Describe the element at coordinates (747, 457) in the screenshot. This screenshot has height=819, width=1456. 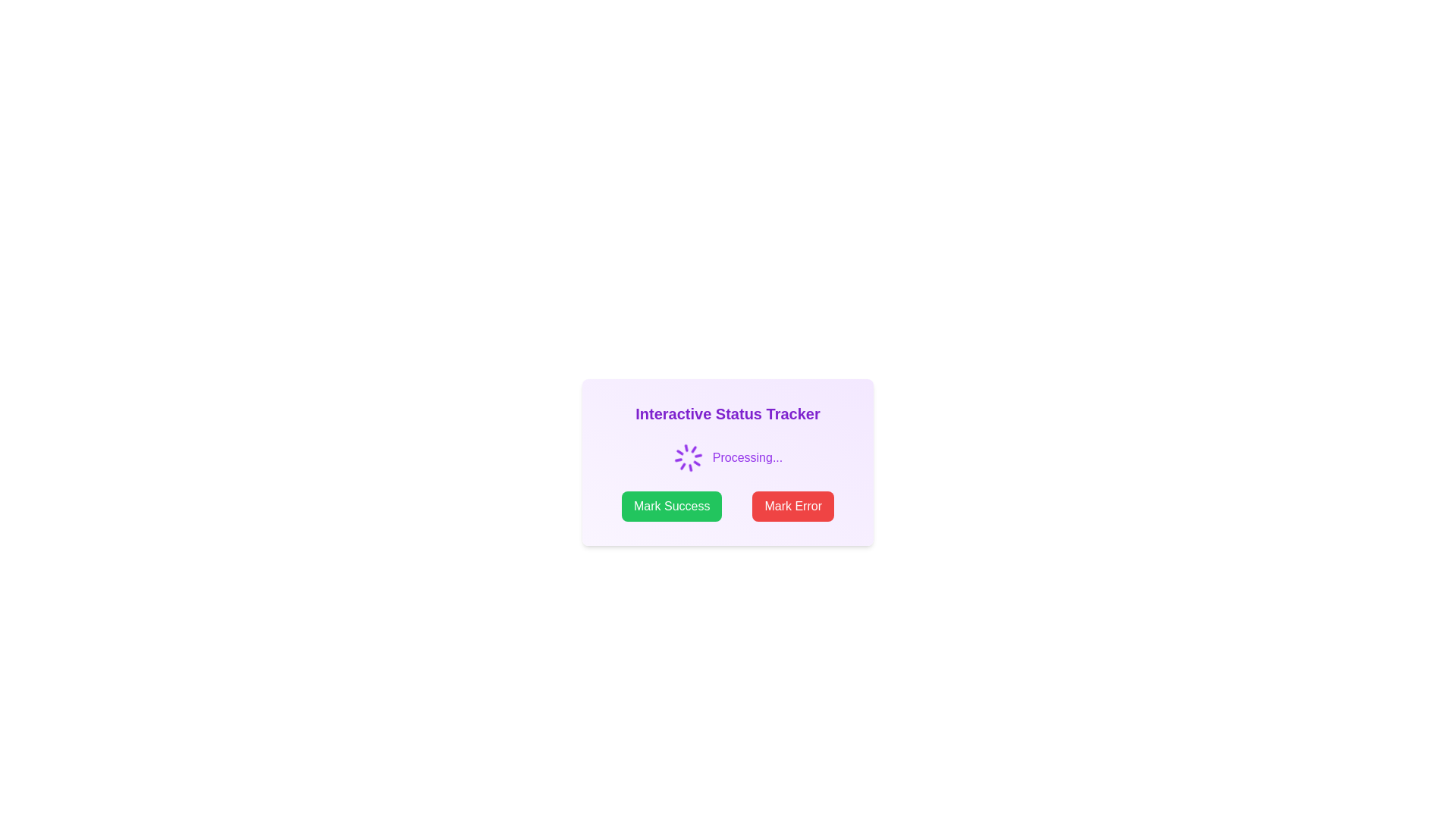
I see `the static text label displaying 'Processing...' which is styled in purple and positioned to the right of a spinner icon within a purple-themed card layout` at that location.